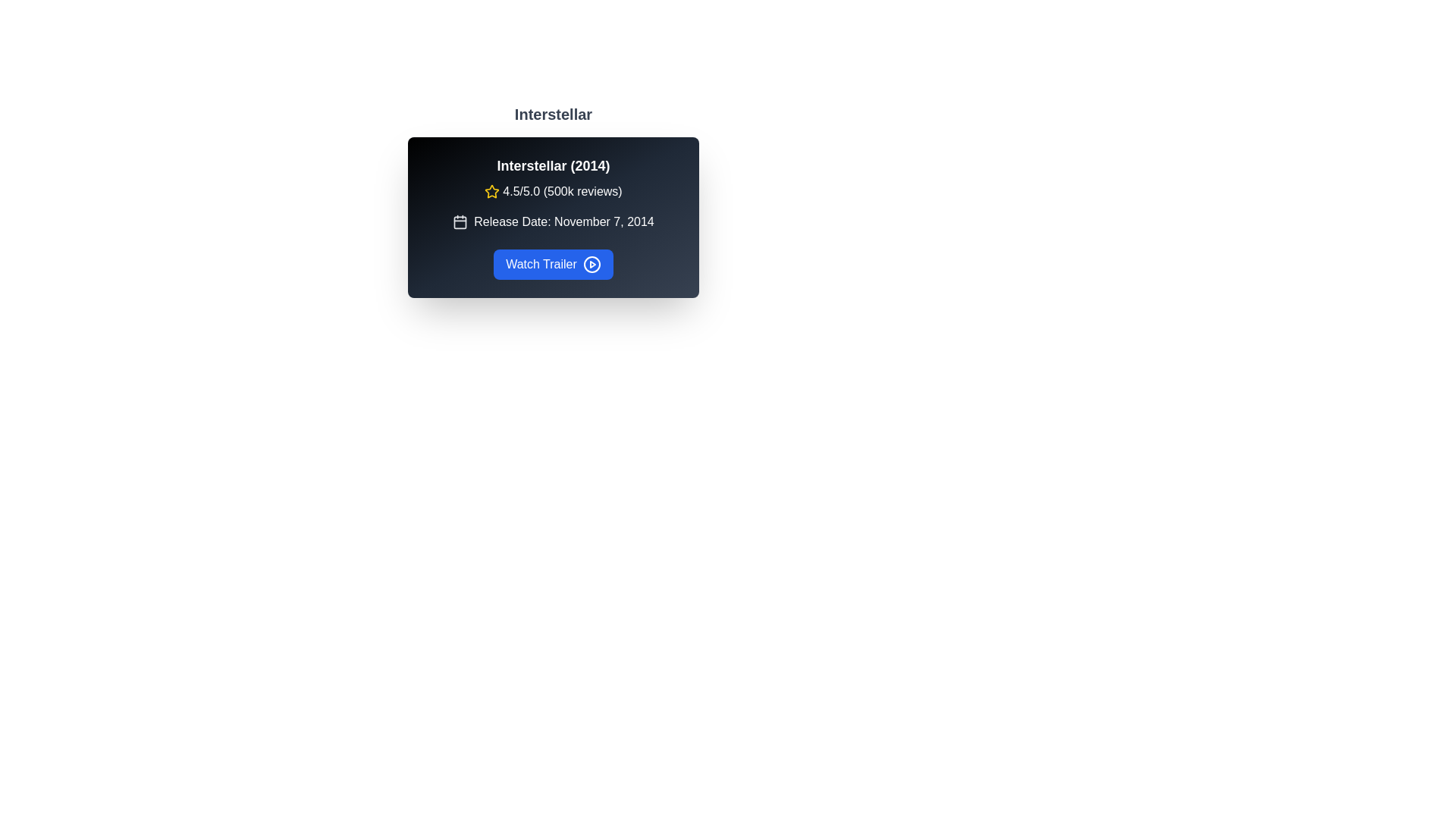  Describe the element at coordinates (460, 222) in the screenshot. I see `the decorative background of the calendar icon, which is a rectangular area with rounded edges located below the month indicators` at that location.